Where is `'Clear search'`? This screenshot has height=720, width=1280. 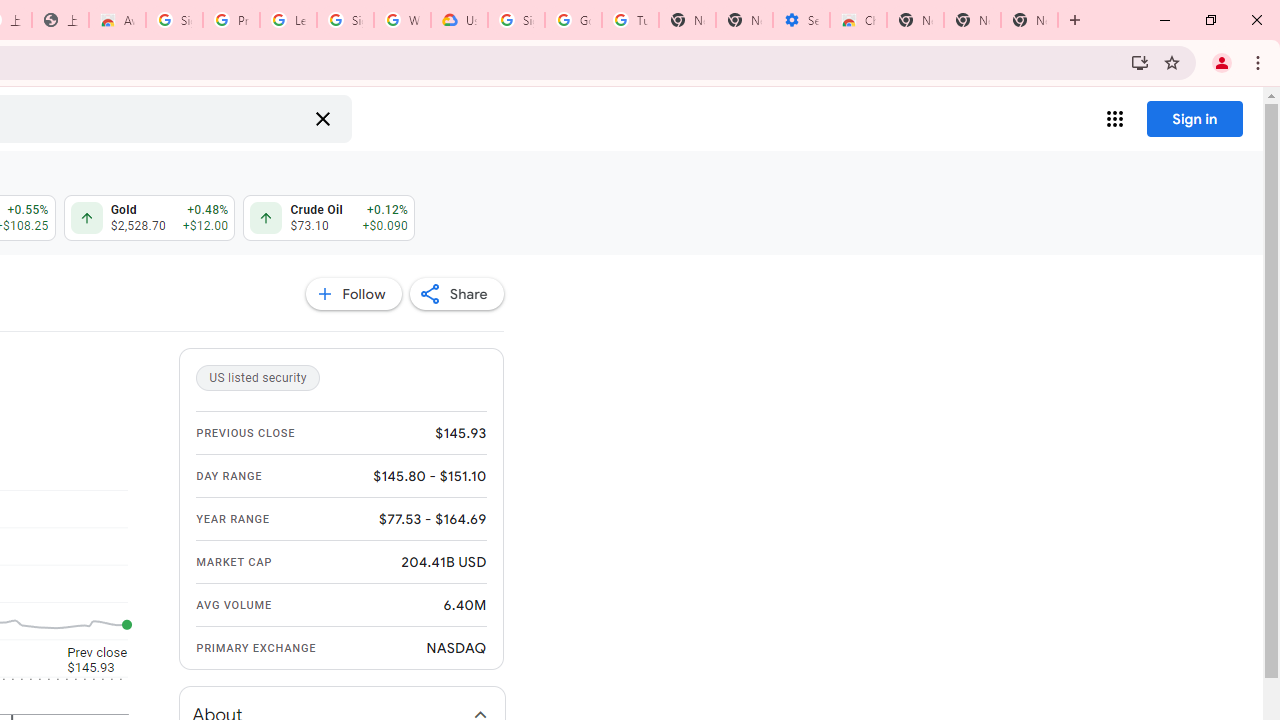 'Clear search' is located at coordinates (322, 118).